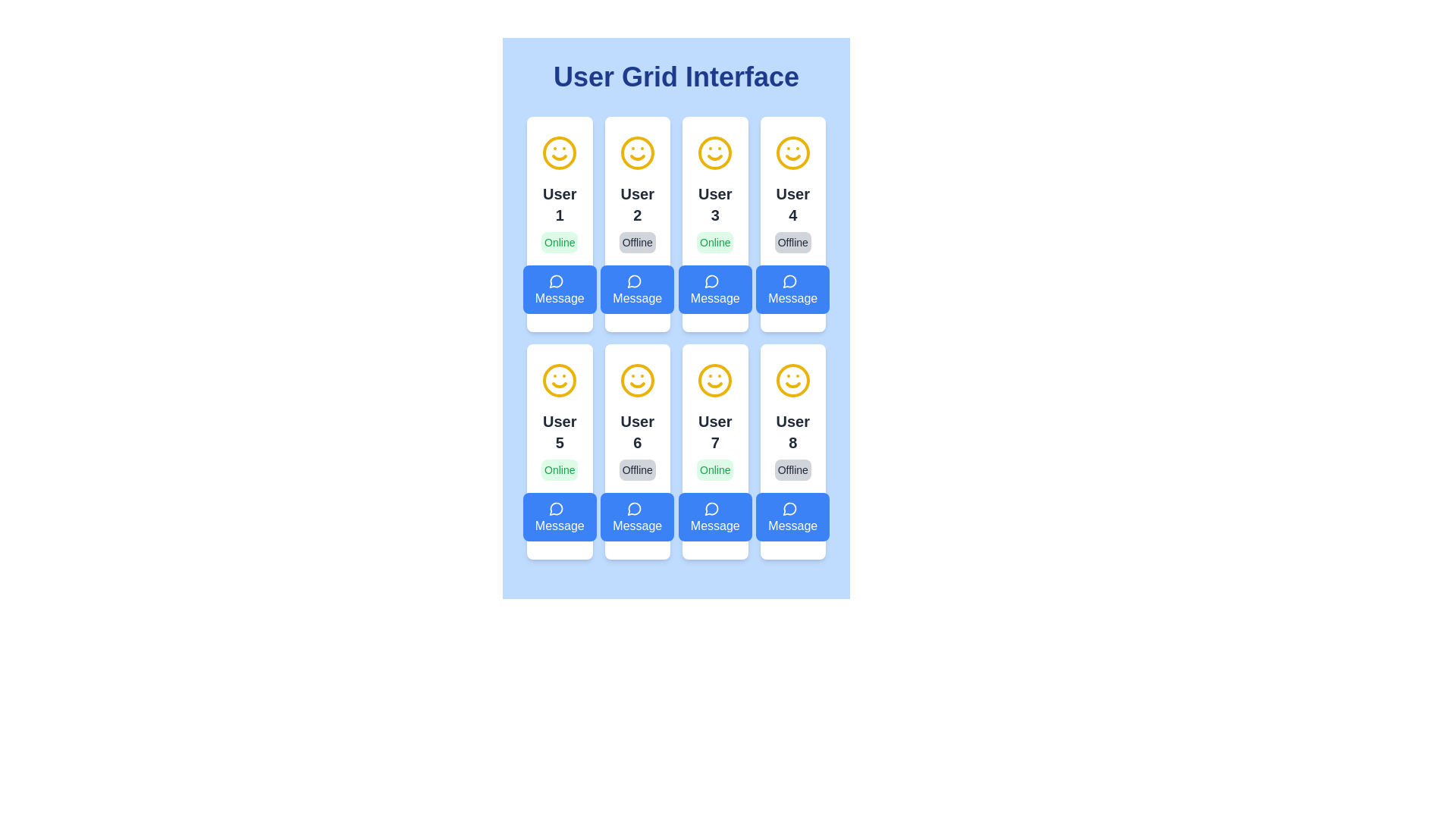 This screenshot has width=1456, height=819. I want to click on the 'Message' button icon (SVG), so click(634, 281).